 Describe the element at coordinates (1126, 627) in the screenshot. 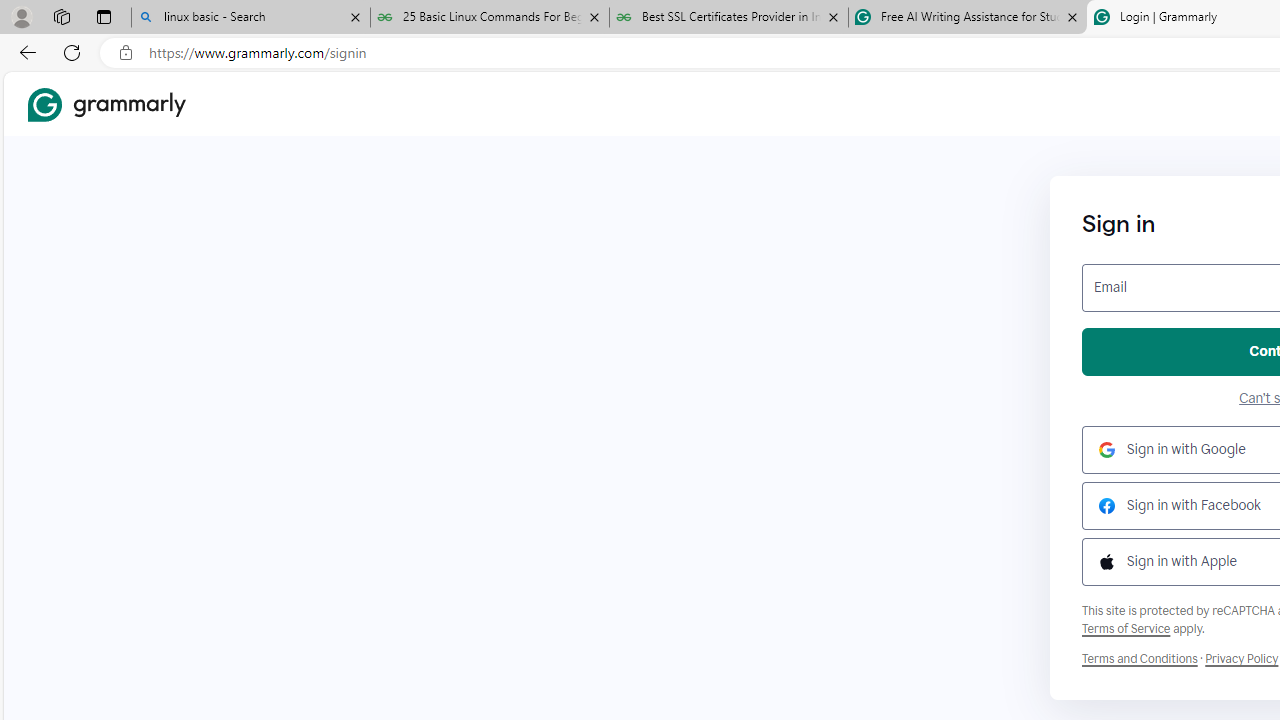

I see `'Google Terms of Service'` at that location.